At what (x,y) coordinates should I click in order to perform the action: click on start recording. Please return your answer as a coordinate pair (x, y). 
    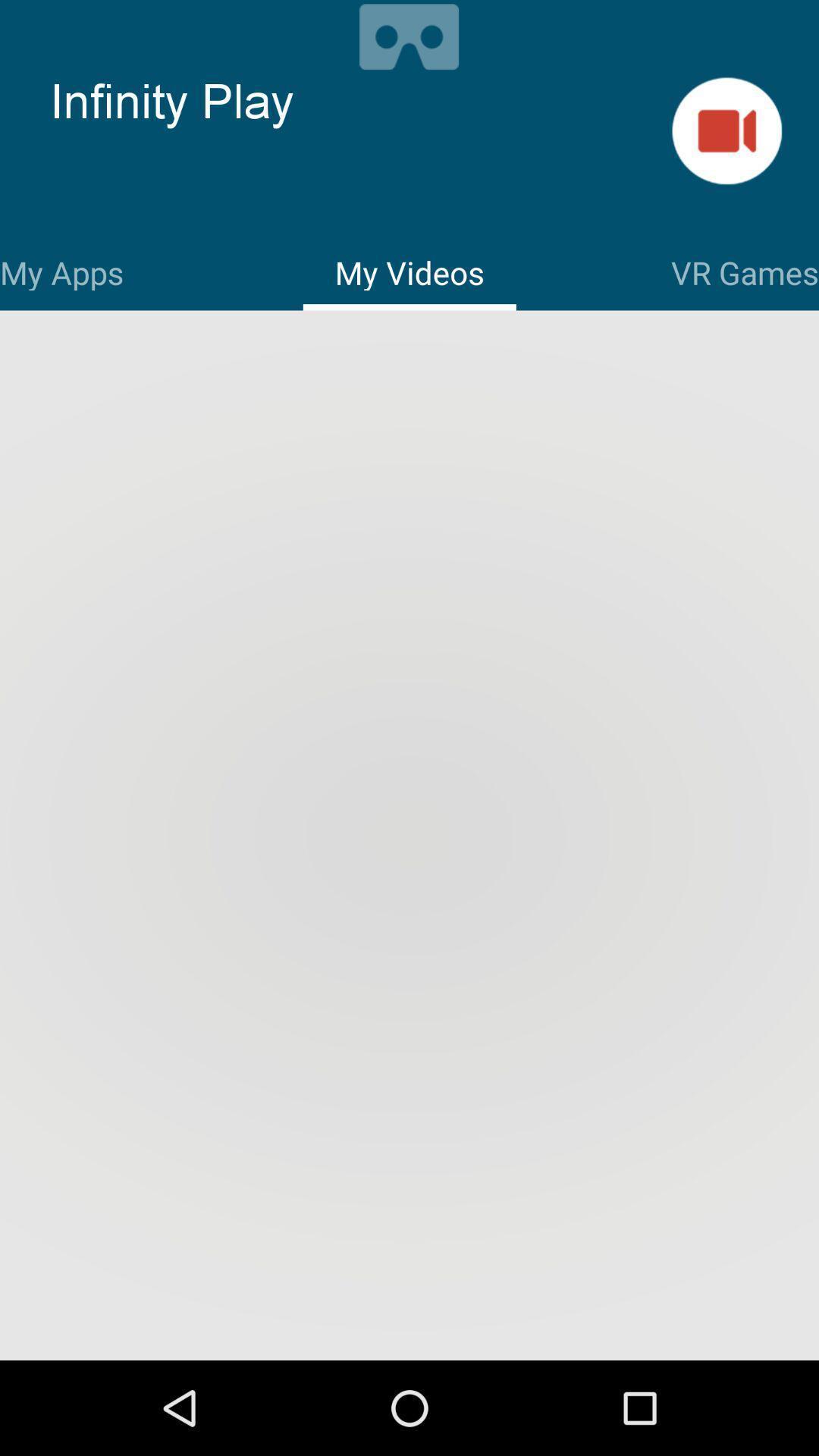
    Looking at the image, I should click on (726, 130).